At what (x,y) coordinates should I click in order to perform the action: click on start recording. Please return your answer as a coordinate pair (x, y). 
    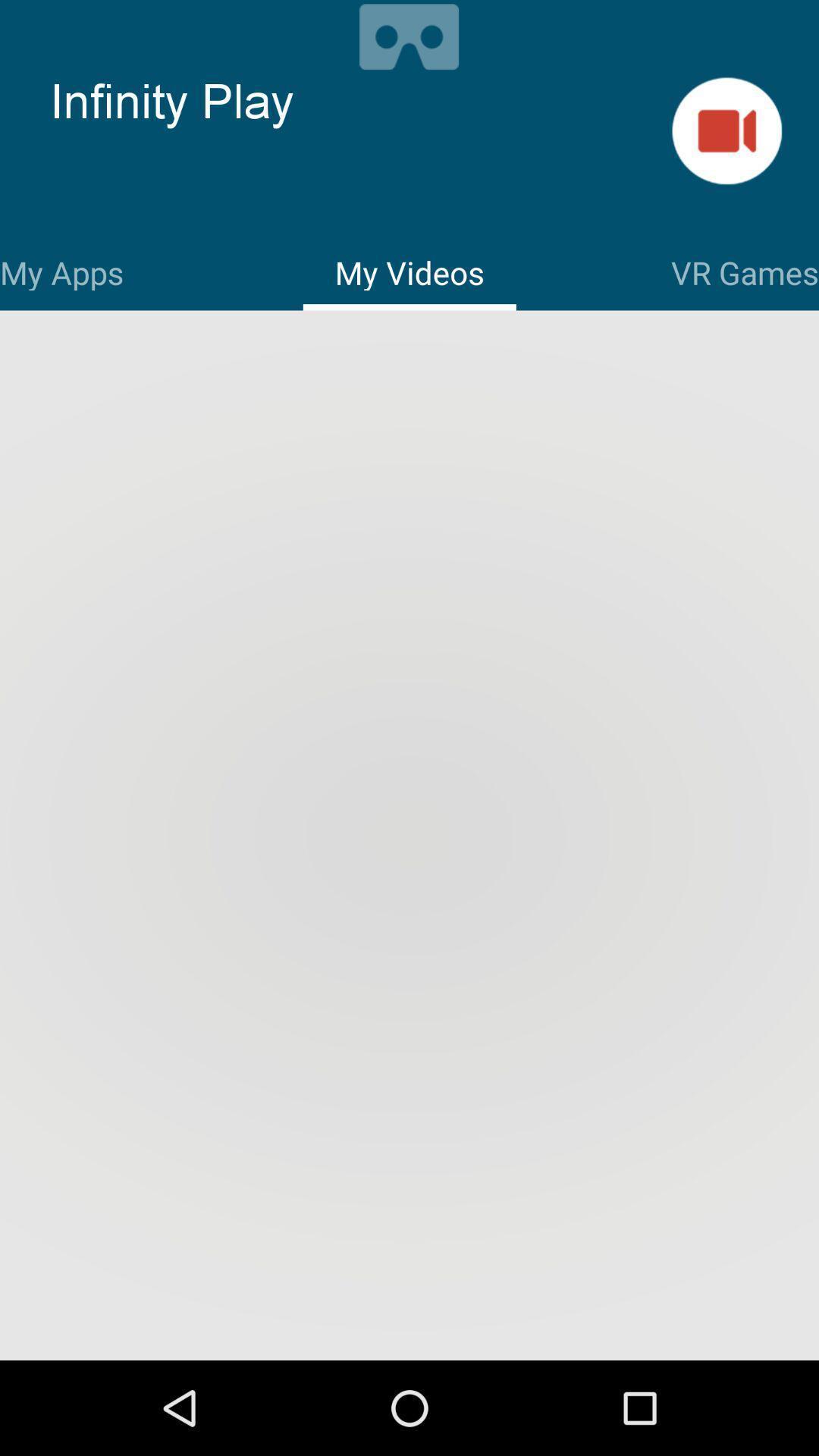
    Looking at the image, I should click on (726, 130).